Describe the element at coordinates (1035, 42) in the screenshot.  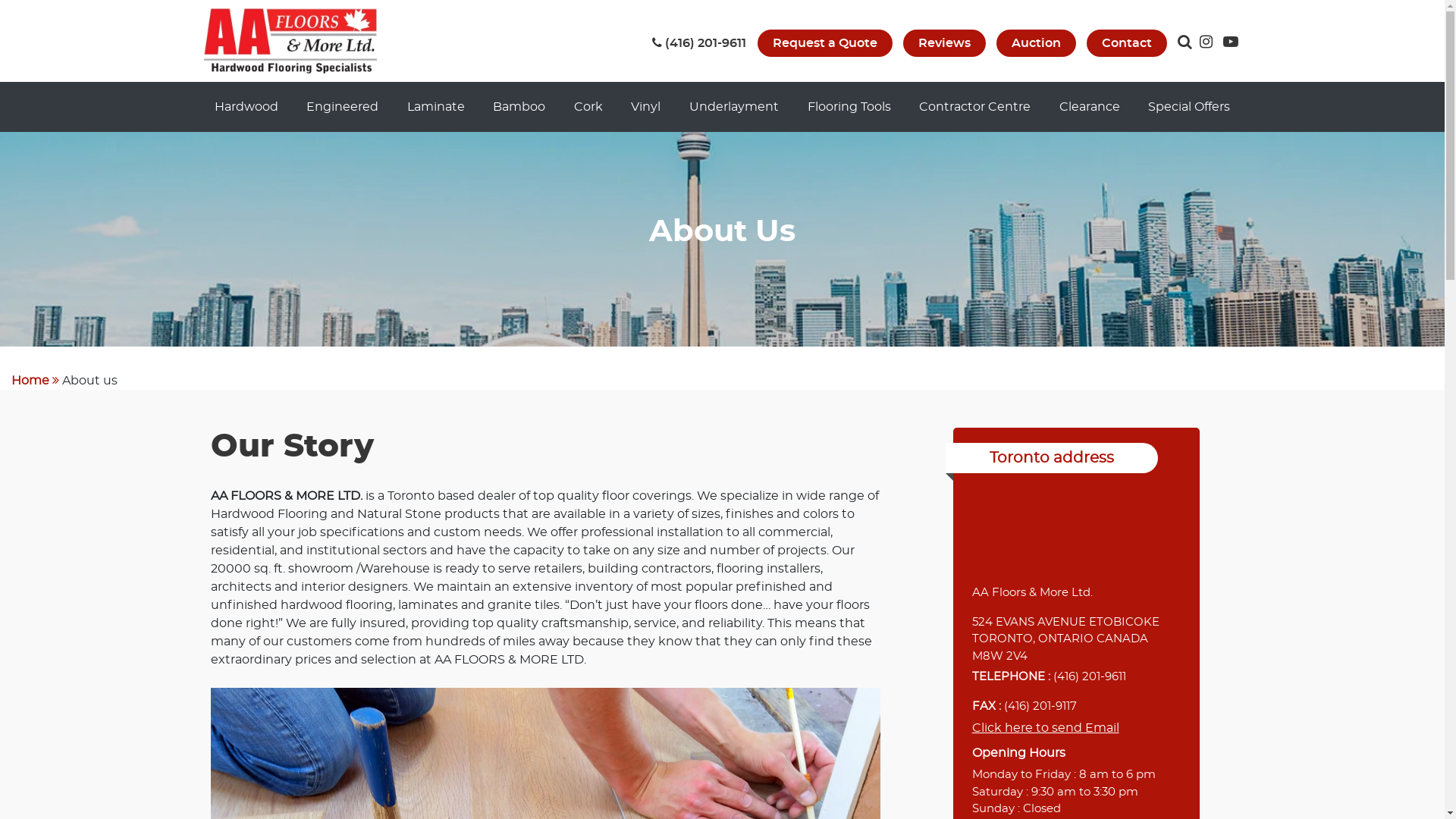
I see `'Auction'` at that location.